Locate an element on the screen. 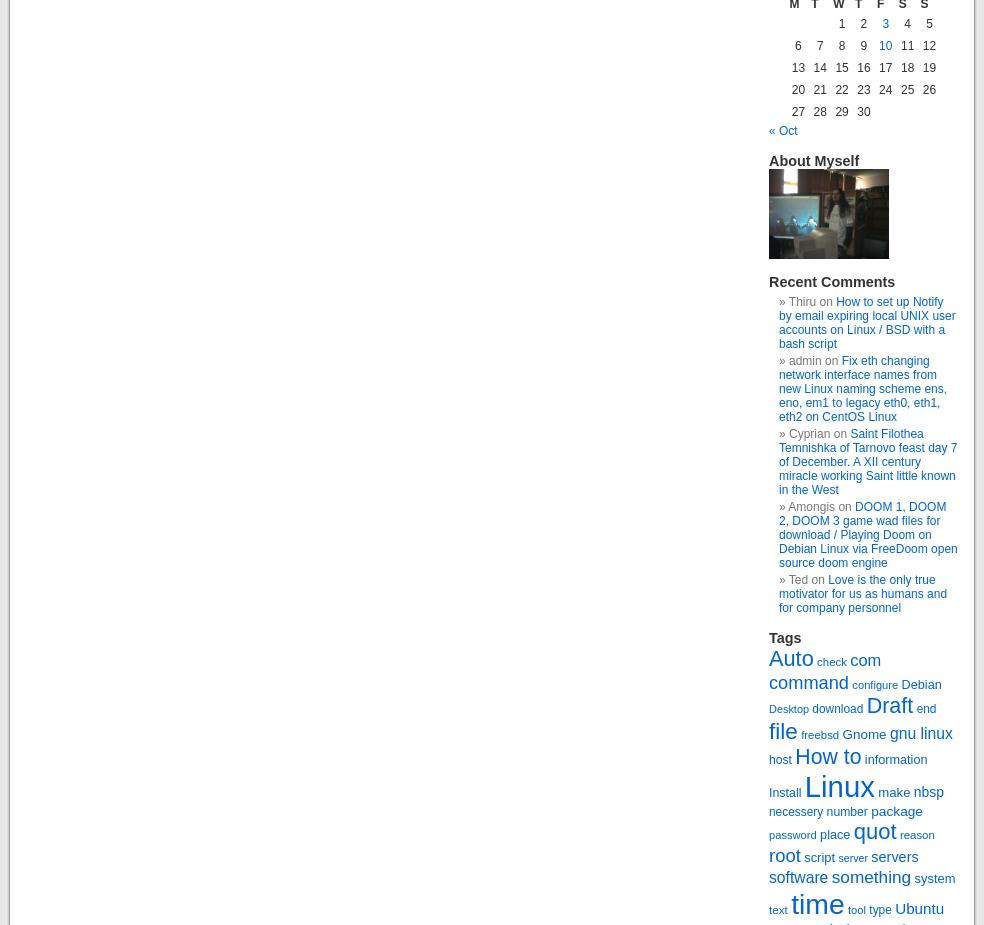 This screenshot has width=984, height=925. '12' is located at coordinates (928, 44).